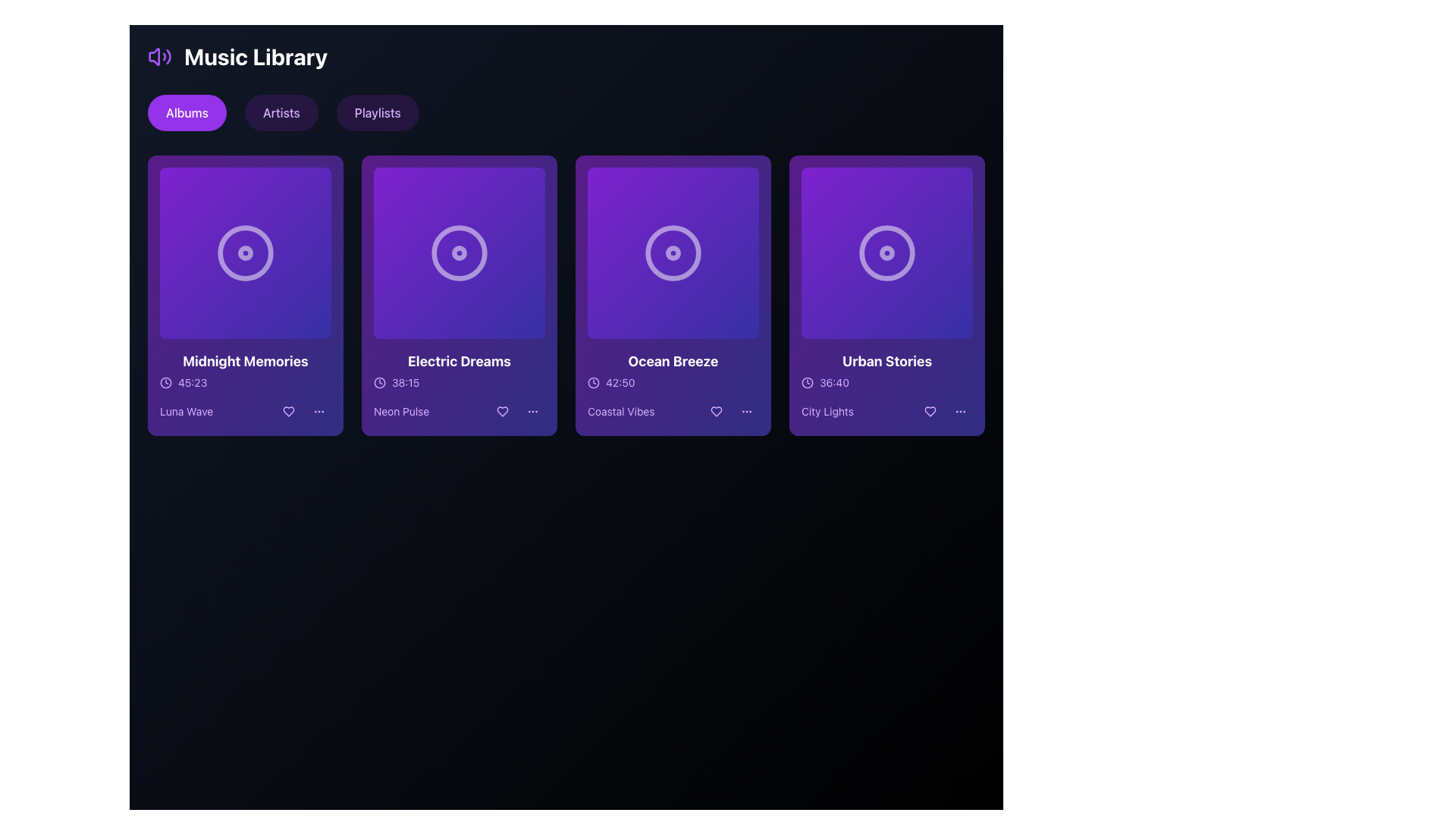 This screenshot has width=1456, height=819. Describe the element at coordinates (620, 382) in the screenshot. I see `the text label displaying '42:50' in a small-sized, purple-styled font located in the bottom-left corner of the 'Ocean Breeze' card, next to the clock icon` at that location.